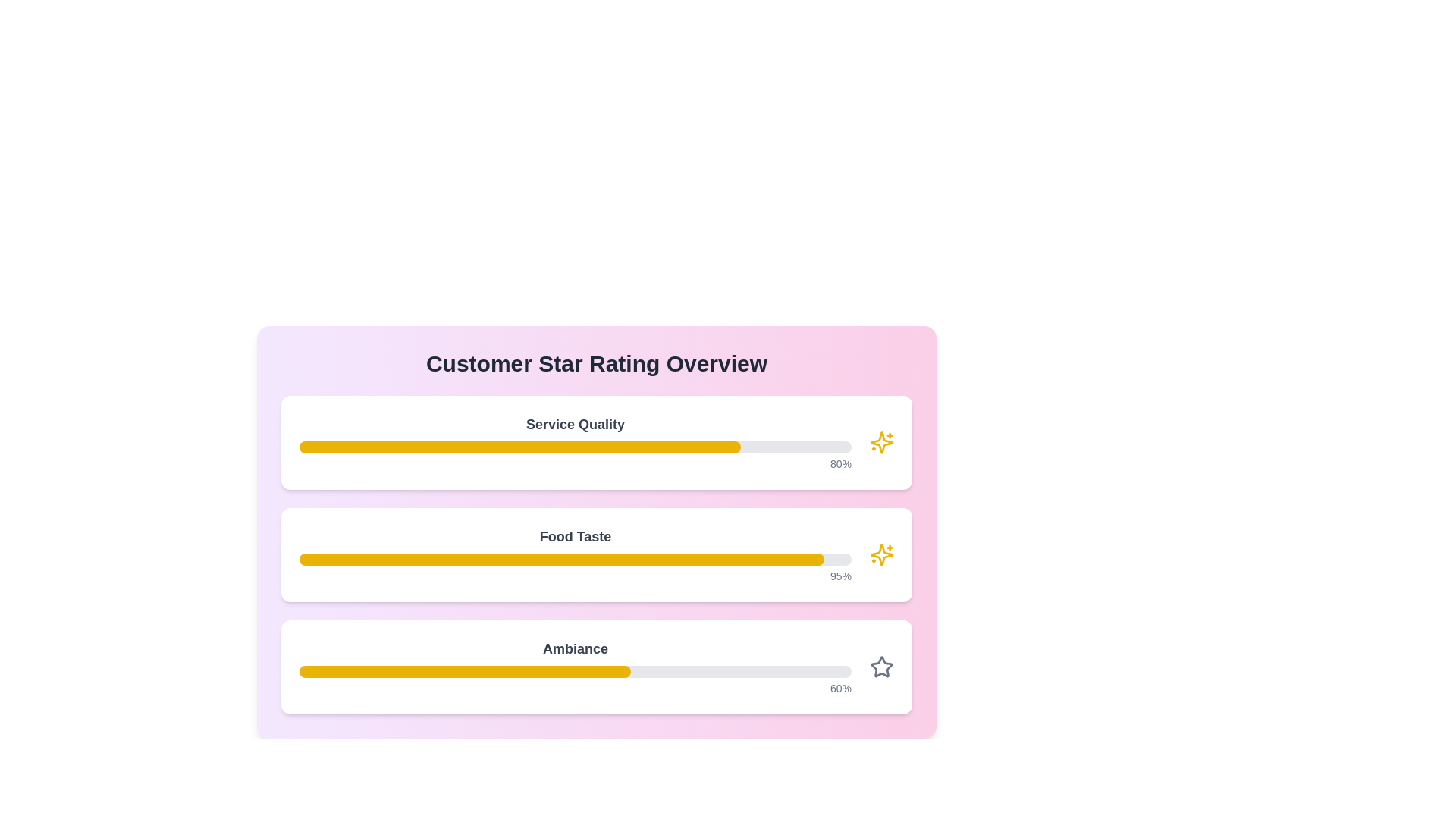 Image resolution: width=1456 pixels, height=819 pixels. What do you see at coordinates (574, 559) in the screenshot?
I see `the Progress Bar indicating the completion level for 'Food Taste', which is located below the 'Food Taste' text and above the '95%' indicator` at bounding box center [574, 559].